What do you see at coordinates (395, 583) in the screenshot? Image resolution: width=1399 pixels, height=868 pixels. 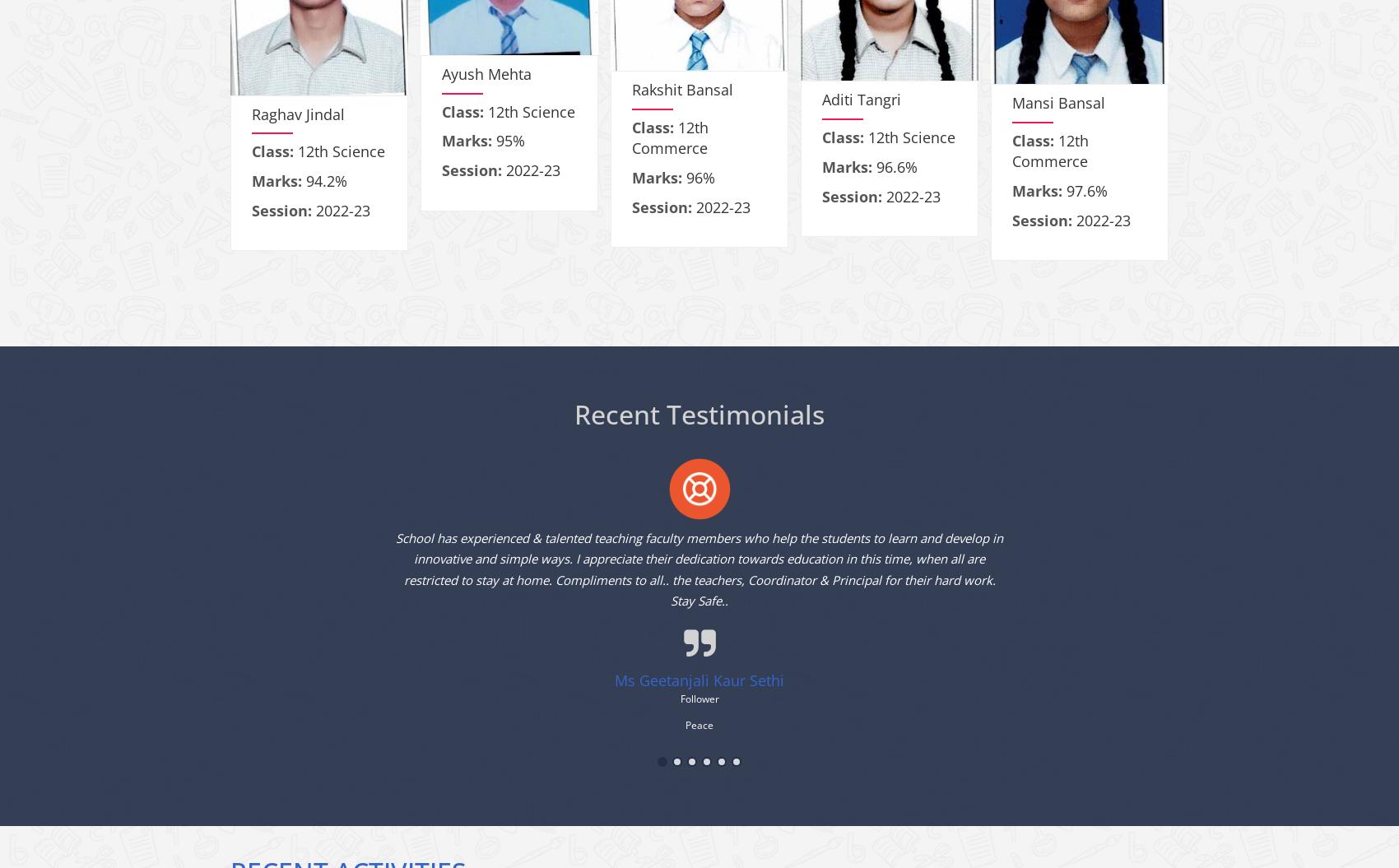 I see `'School has experienced & talented teaching faculty members who help the students to learn and develop in innovative and simple ways. I appreciate their dedication towards education in this time, when all are restricted to stay at home. Compliments to all.. the teachers, Coordinator & Principal for their hard work. Stay Safe..'` at bounding box center [395, 583].